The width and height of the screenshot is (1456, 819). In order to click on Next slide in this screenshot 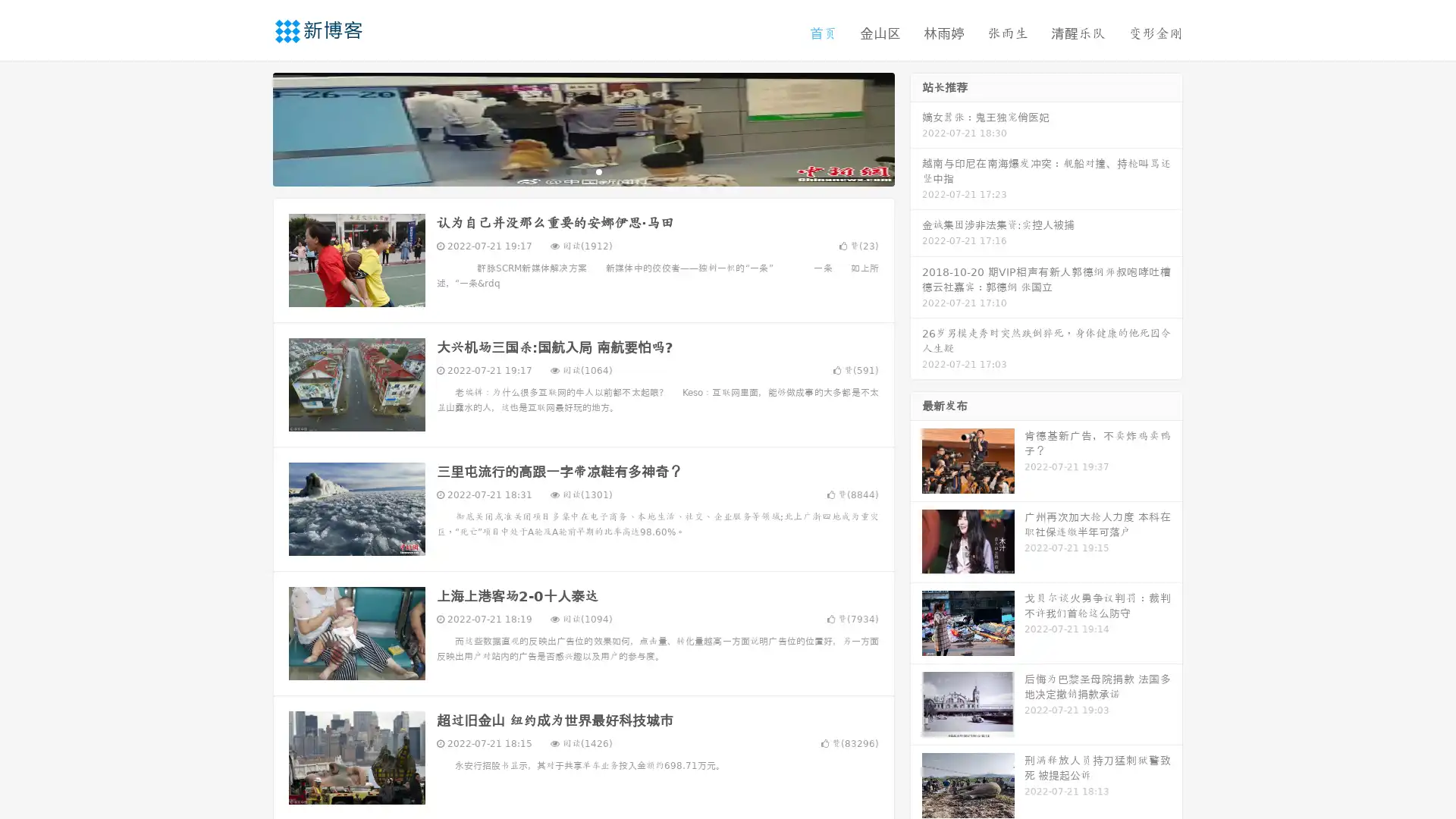, I will do `click(916, 127)`.